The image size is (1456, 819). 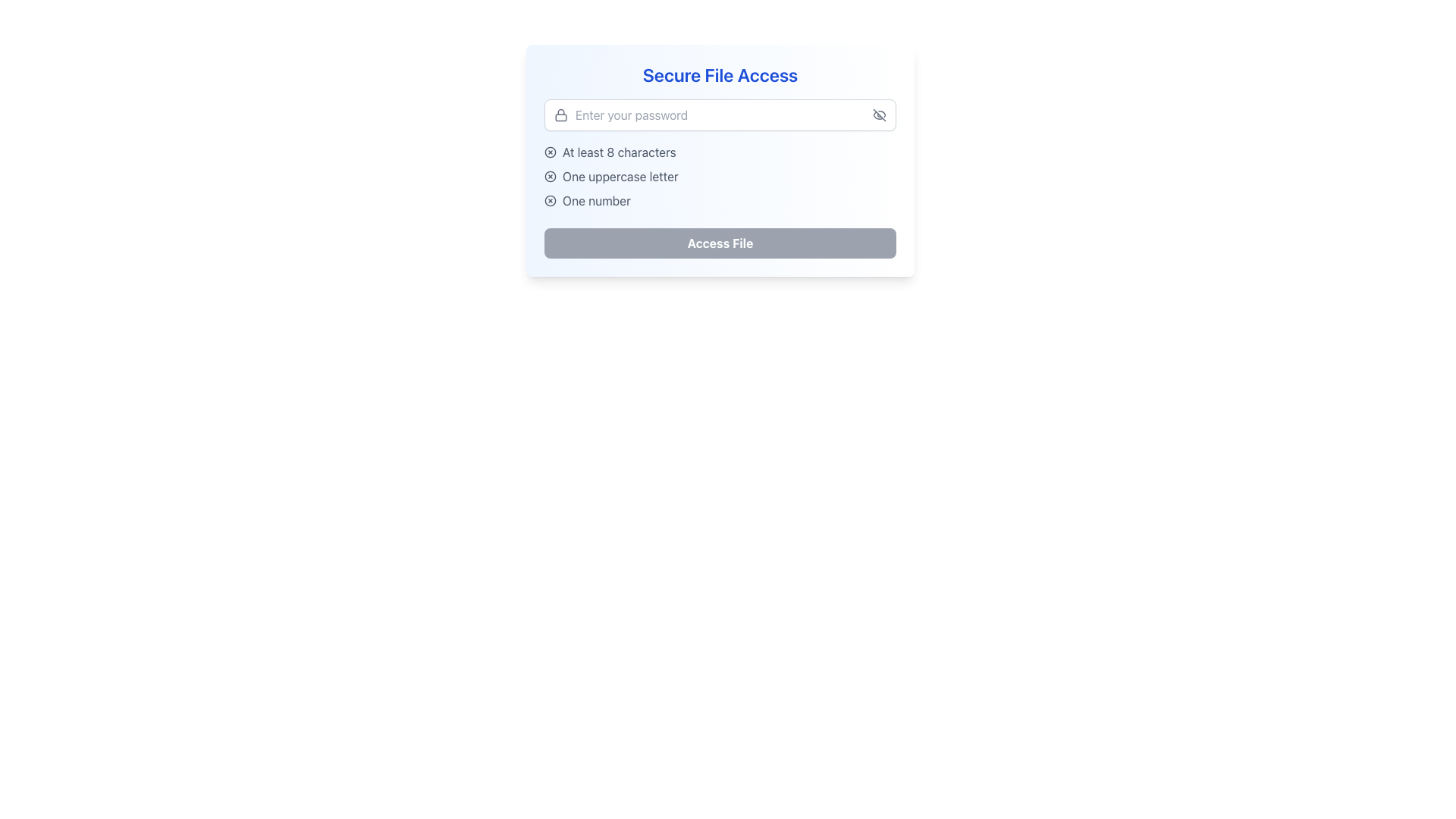 What do you see at coordinates (549, 152) in the screenshot?
I see `the circular outline icon located prominently to the left of the text 'At least 8 characters' in the password policy checklist` at bounding box center [549, 152].